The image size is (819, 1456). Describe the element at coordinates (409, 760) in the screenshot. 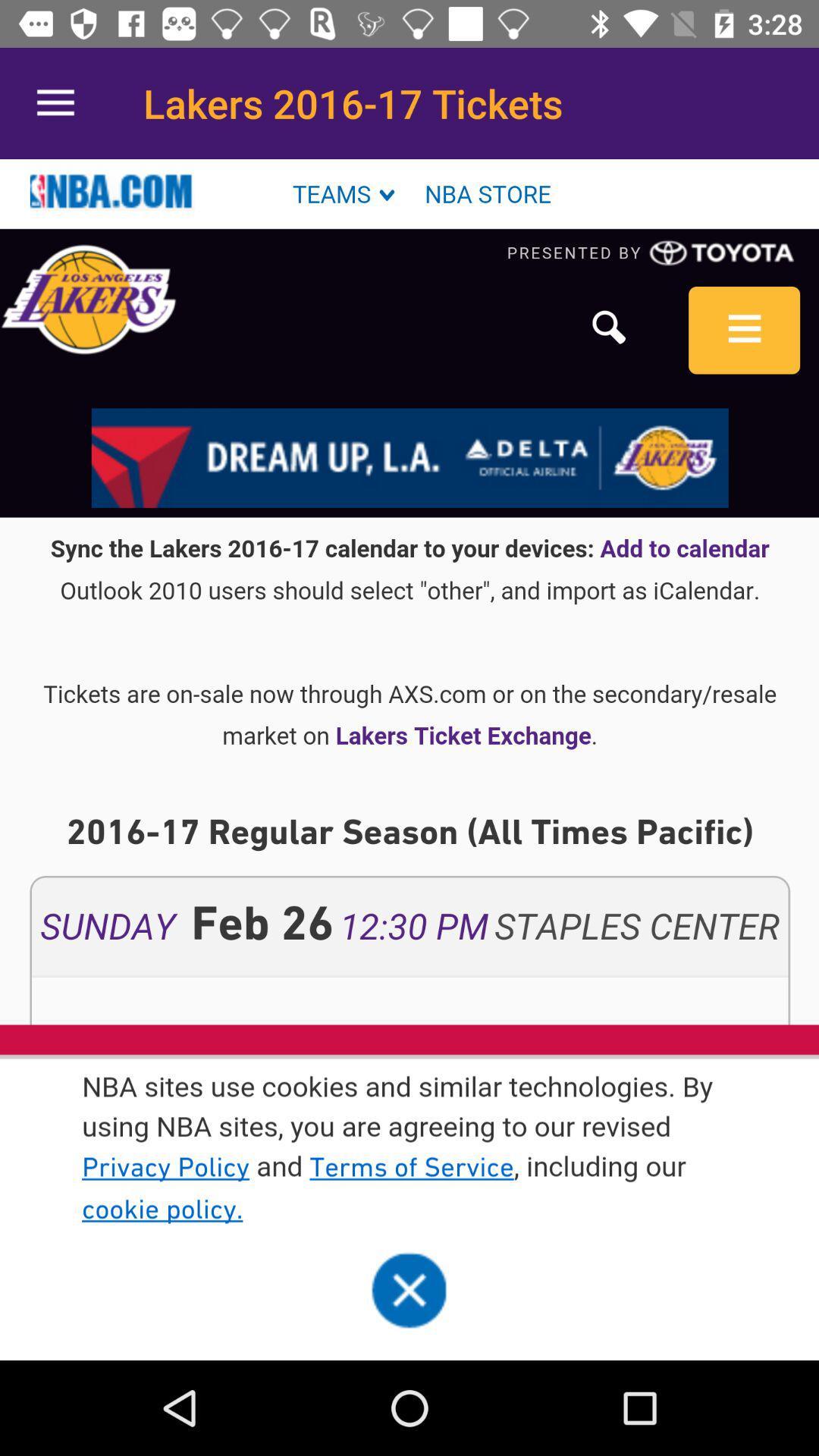

I see `advertisement page` at that location.